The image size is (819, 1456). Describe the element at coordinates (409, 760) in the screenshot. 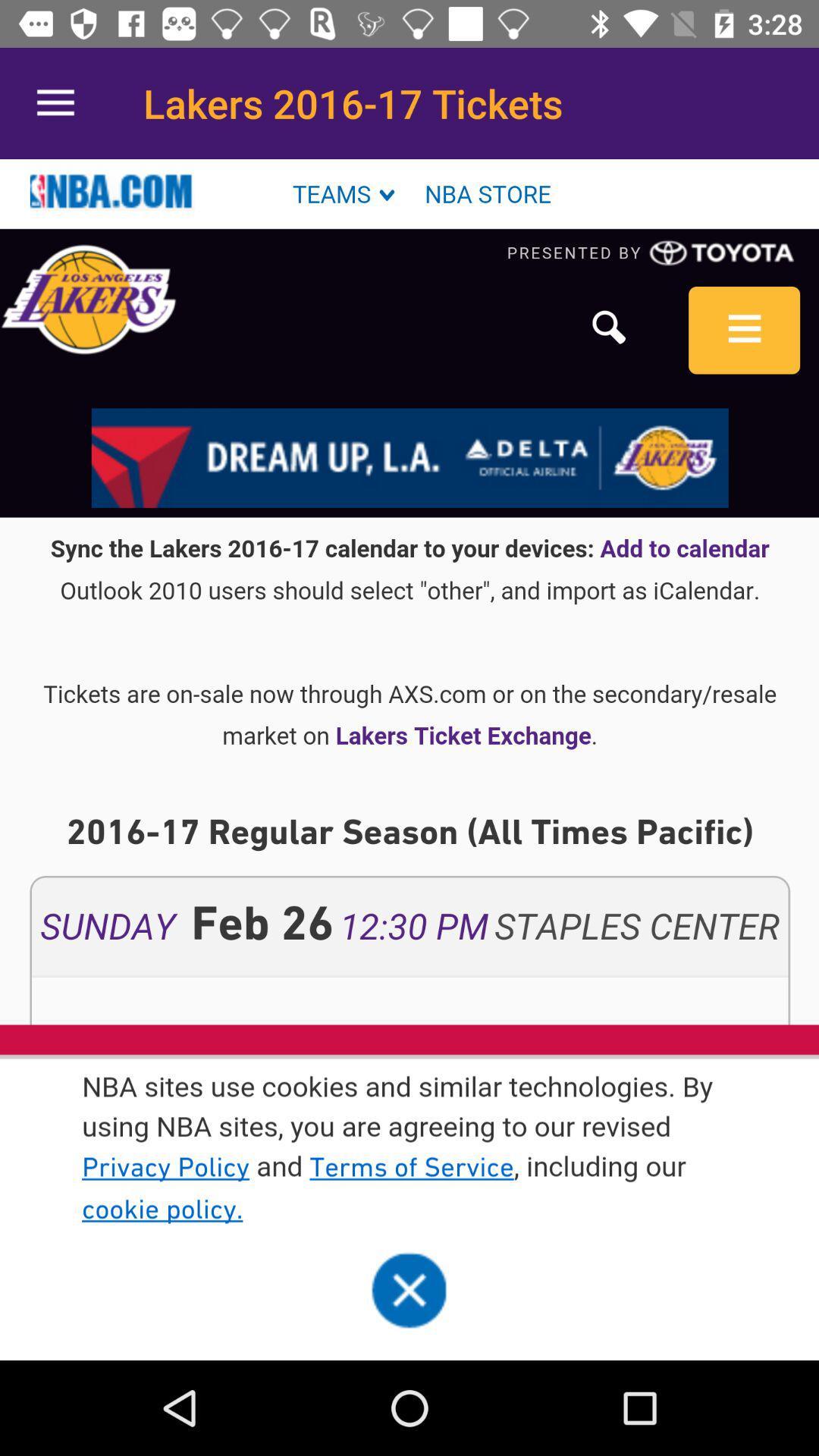

I see `advertisement page` at that location.